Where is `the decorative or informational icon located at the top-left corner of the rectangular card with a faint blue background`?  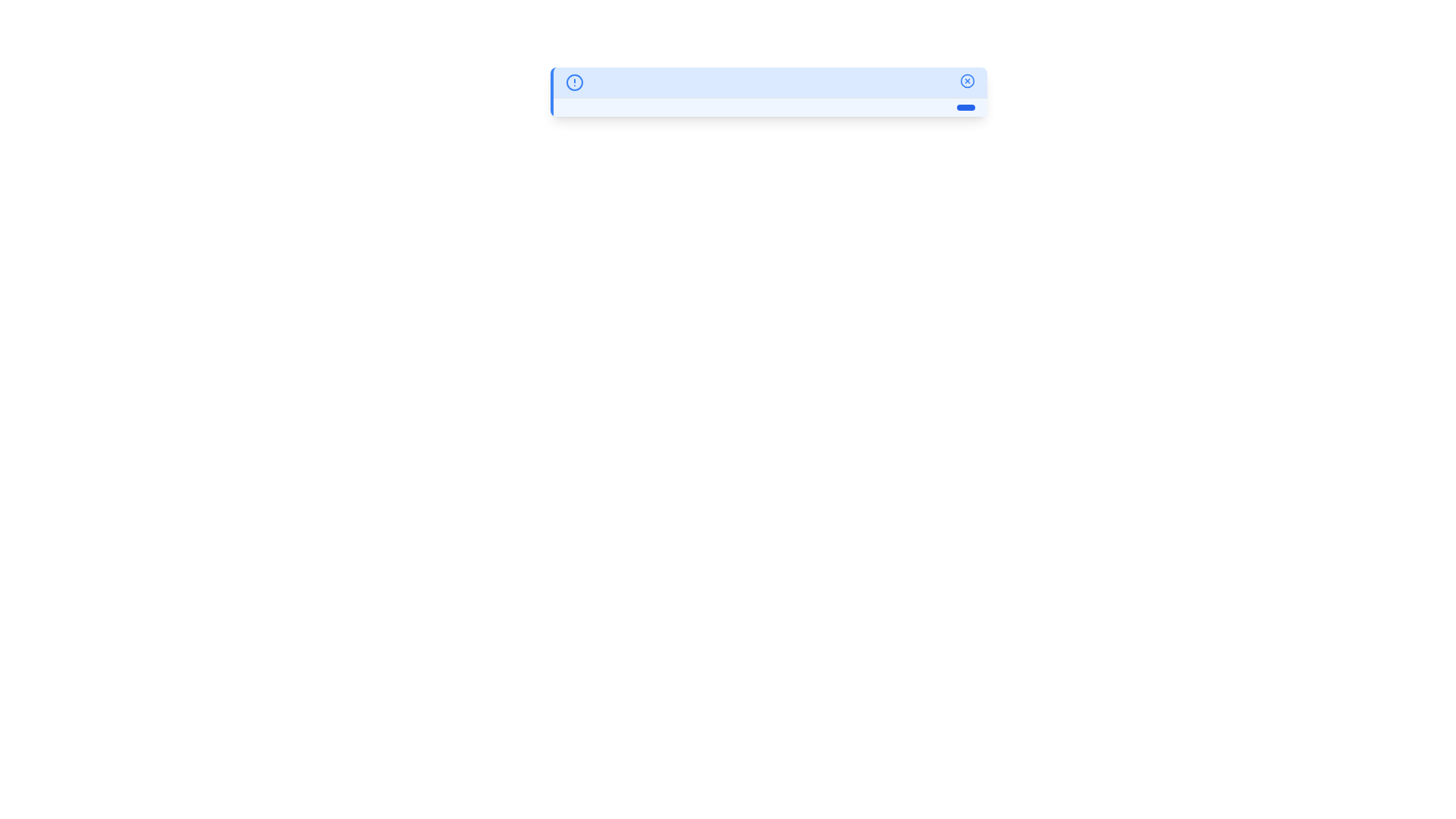
the decorative or informational icon located at the top-left corner of the rectangular card with a faint blue background is located at coordinates (574, 82).